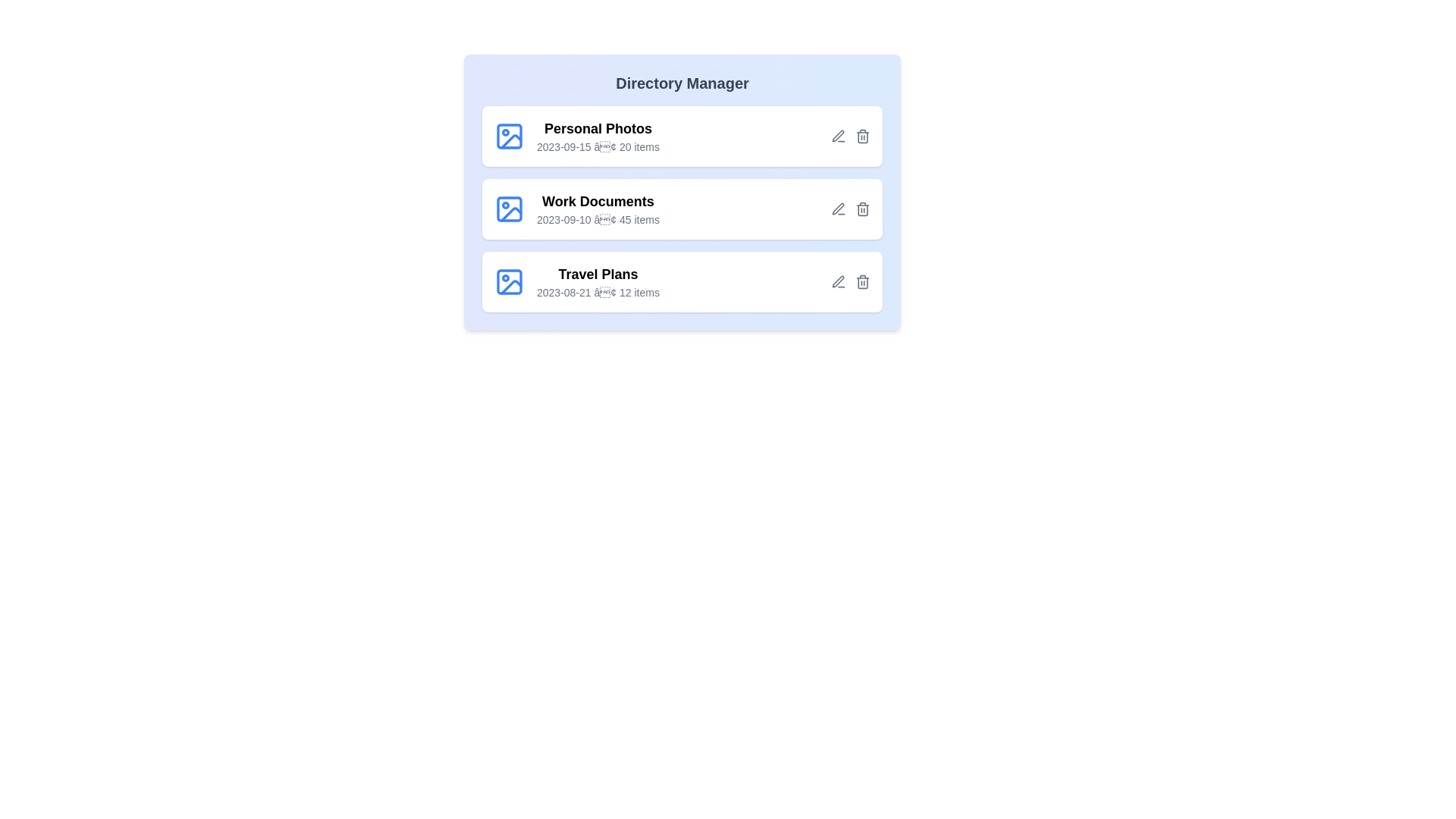 The image size is (1456, 819). What do you see at coordinates (682, 136) in the screenshot?
I see `the directory item labeled 'Personal Photos' to observe the hover effect` at bounding box center [682, 136].